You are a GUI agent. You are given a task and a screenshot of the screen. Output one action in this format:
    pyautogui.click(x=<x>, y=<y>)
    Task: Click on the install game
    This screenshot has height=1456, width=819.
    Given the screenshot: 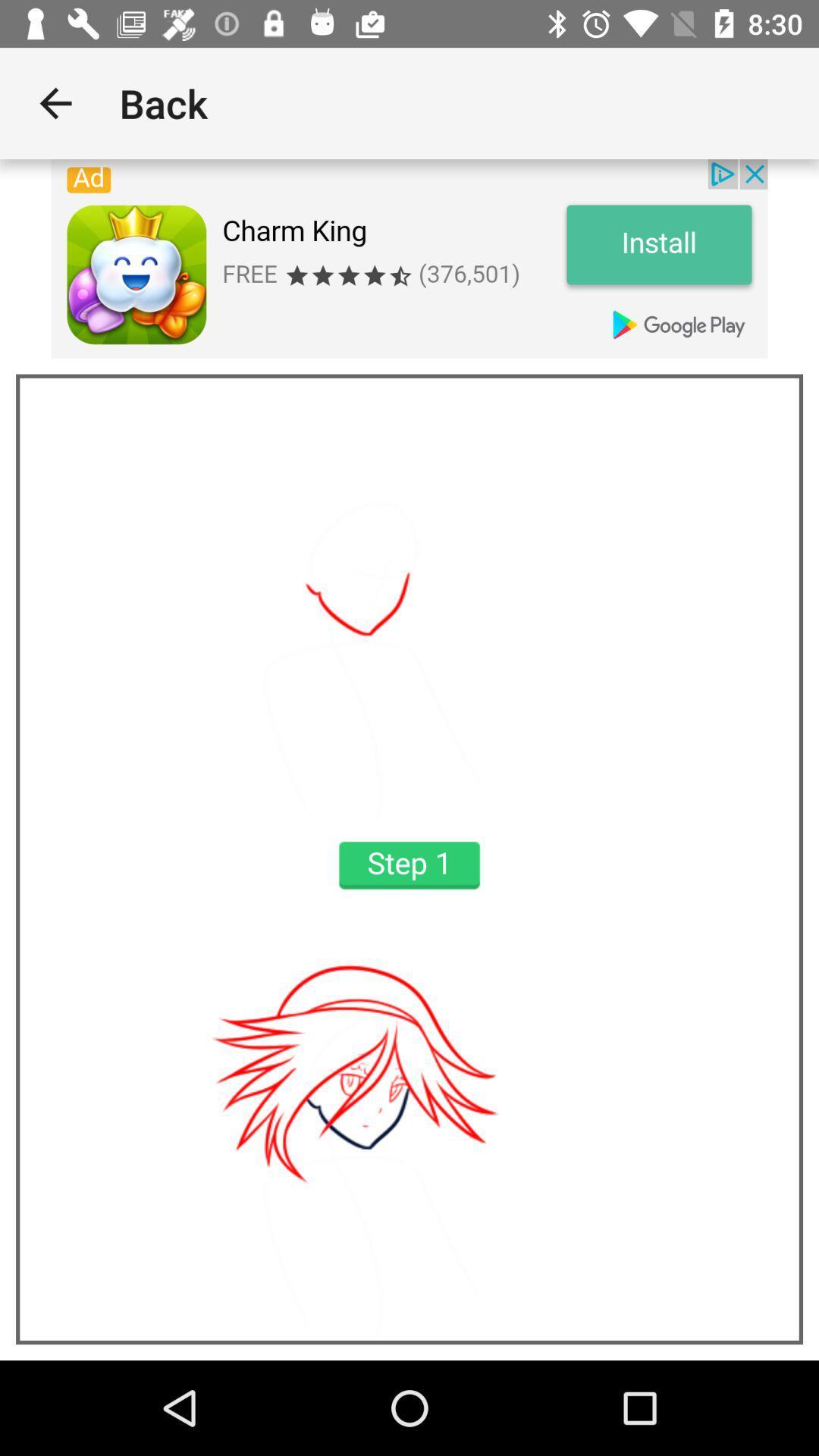 What is the action you would take?
    pyautogui.click(x=409, y=259)
    